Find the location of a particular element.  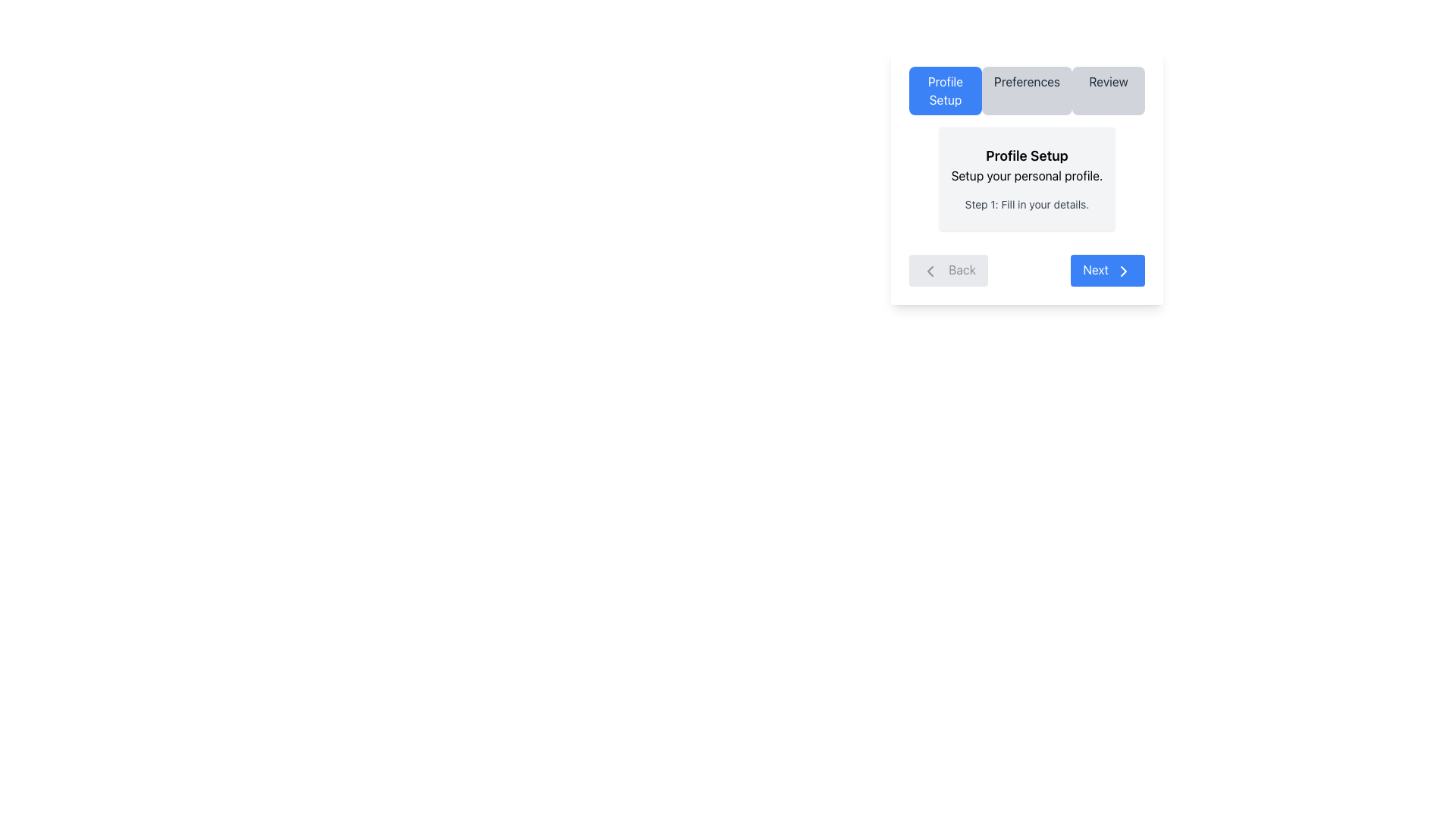

the minimalistic leftward-pointing chevron icon located inside the 'Back' button in the bottom left part of the card section is located at coordinates (930, 270).